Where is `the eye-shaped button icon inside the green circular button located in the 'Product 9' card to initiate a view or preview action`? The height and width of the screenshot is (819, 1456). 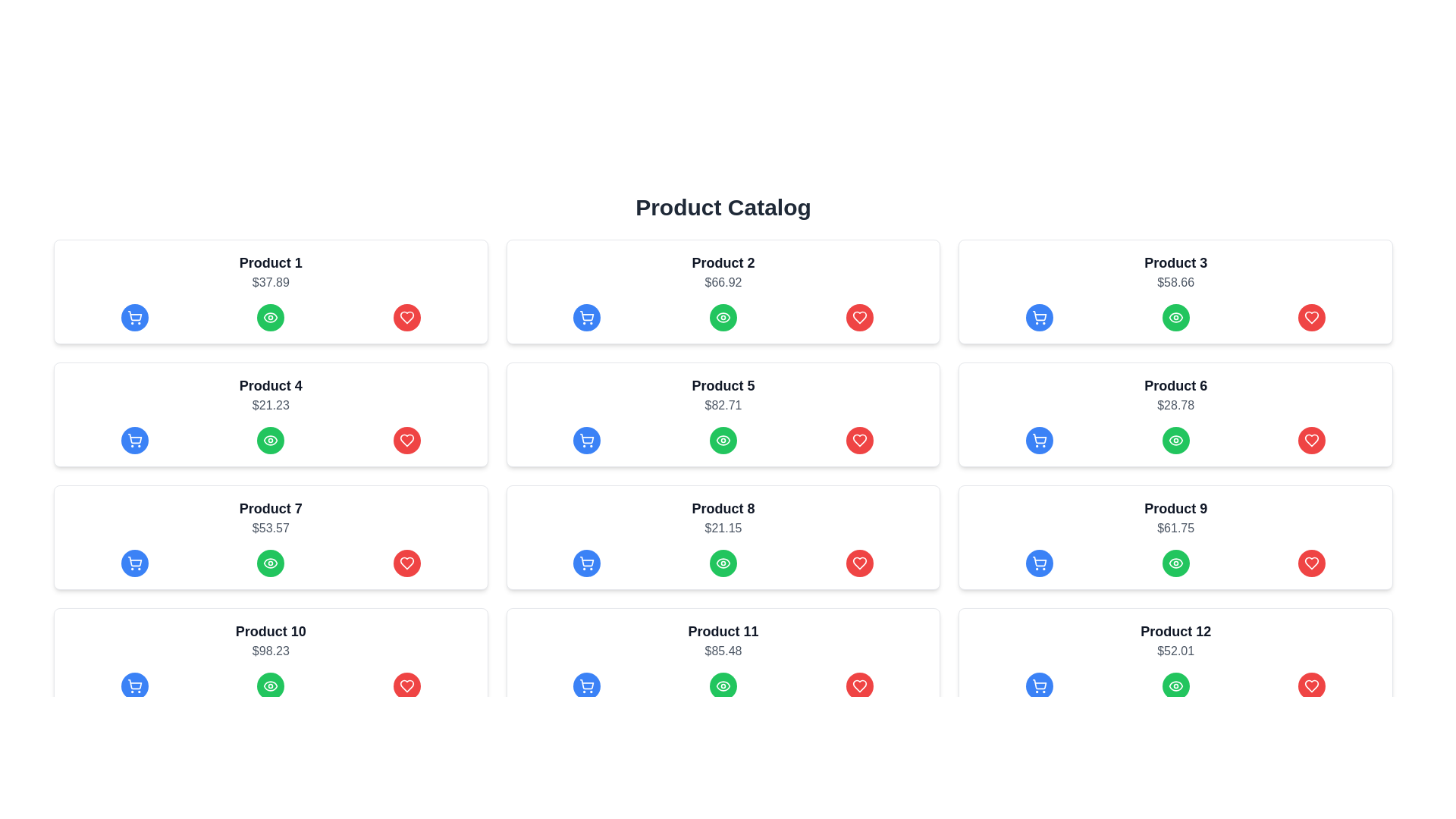 the eye-shaped button icon inside the green circular button located in the 'Product 9' card to initiate a view or preview action is located at coordinates (1175, 563).